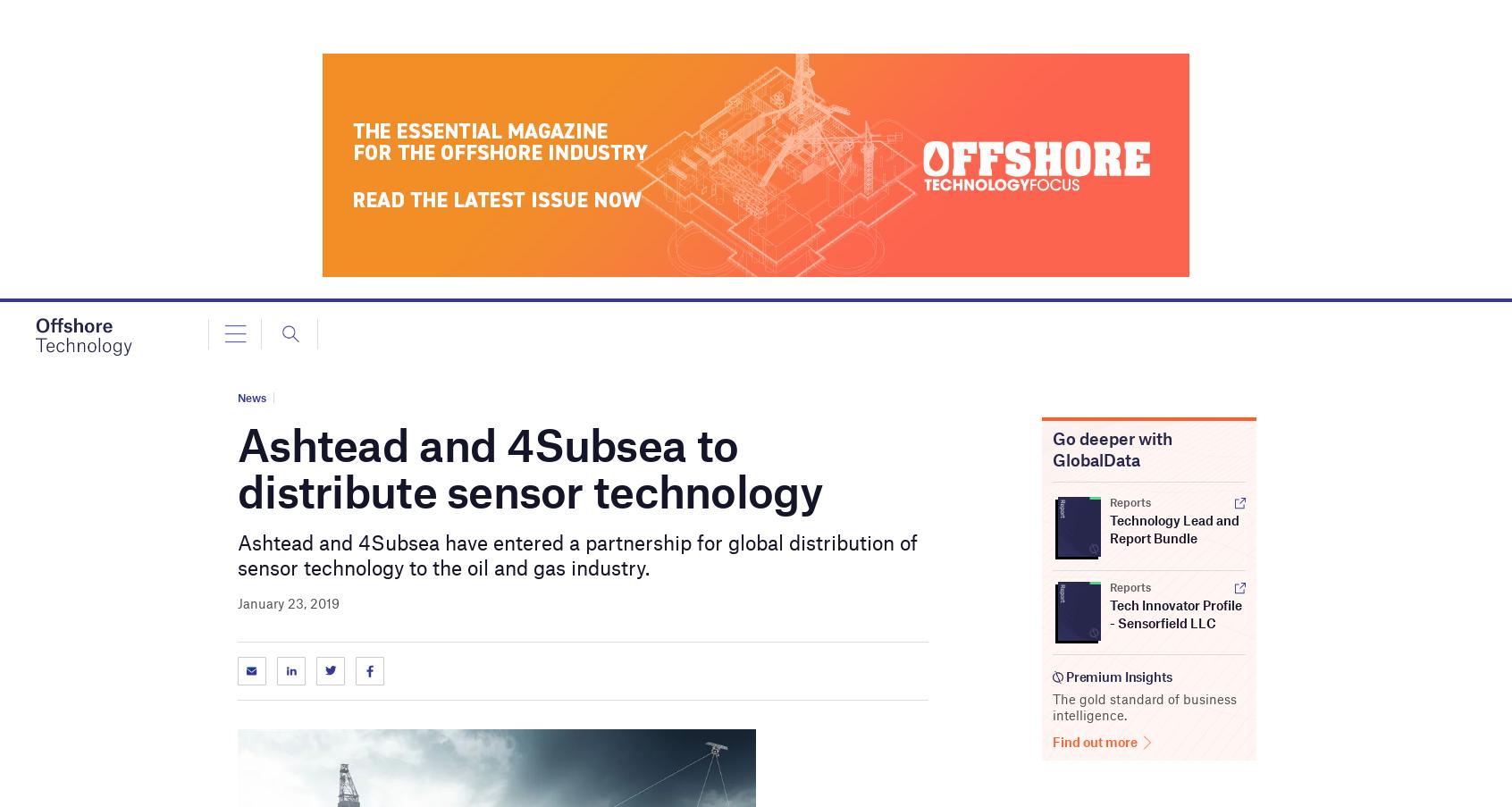 This screenshot has width=1512, height=807. I want to click on 'Exxon Mobil to sell stake in Italian LNG terminal to BlackRock', so click(288, 109).